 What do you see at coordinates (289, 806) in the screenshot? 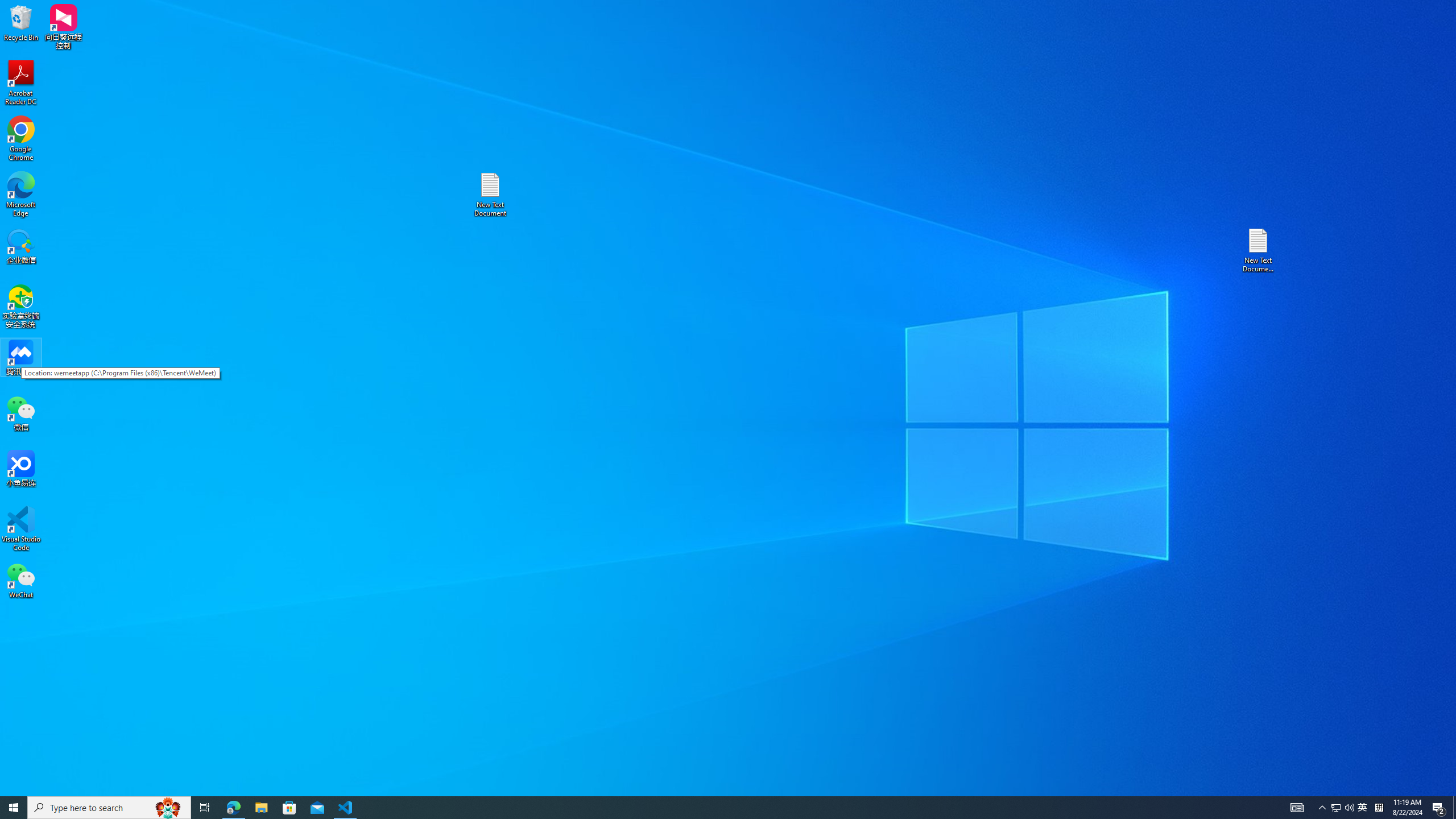
I see `'Microsoft Store'` at bounding box center [289, 806].